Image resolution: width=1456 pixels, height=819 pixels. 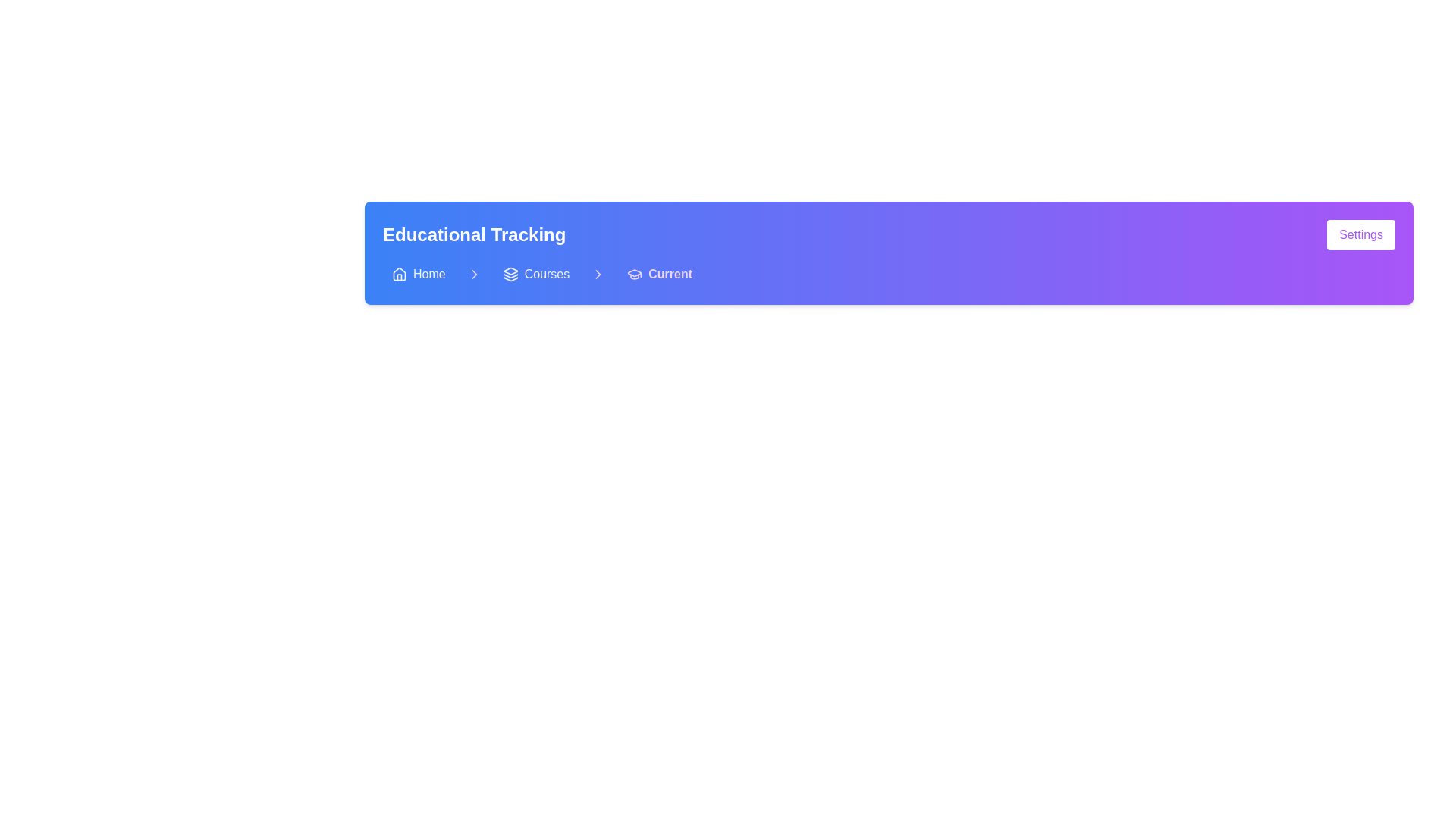 I want to click on the graduation cap icon with a white outline on a blue background, located in the breadcrumb navigation bar to the left of the text 'Current', so click(x=635, y=275).